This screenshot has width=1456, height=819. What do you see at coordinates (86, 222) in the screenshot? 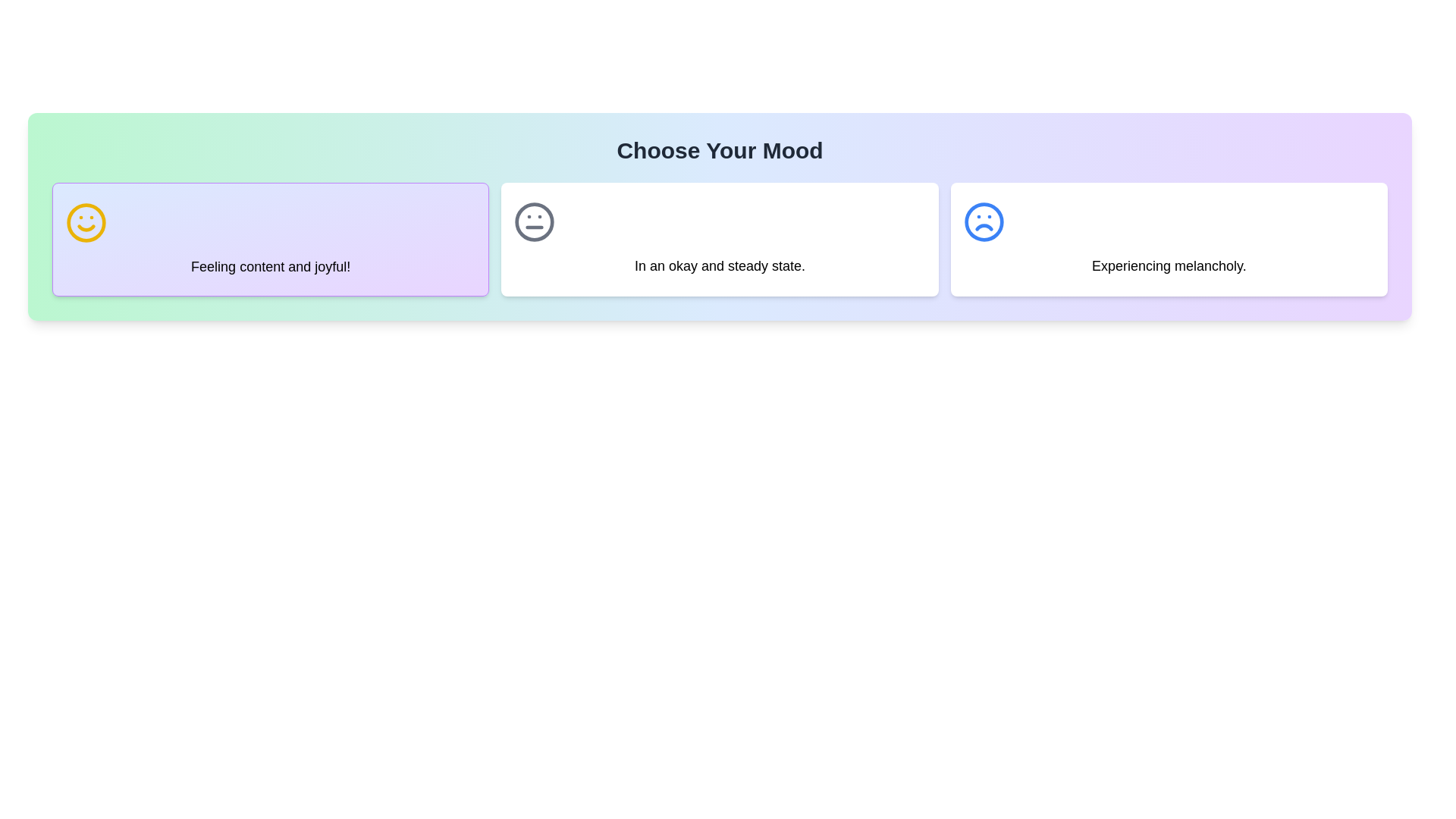
I see `the smiley face icon in the circular outline` at bounding box center [86, 222].